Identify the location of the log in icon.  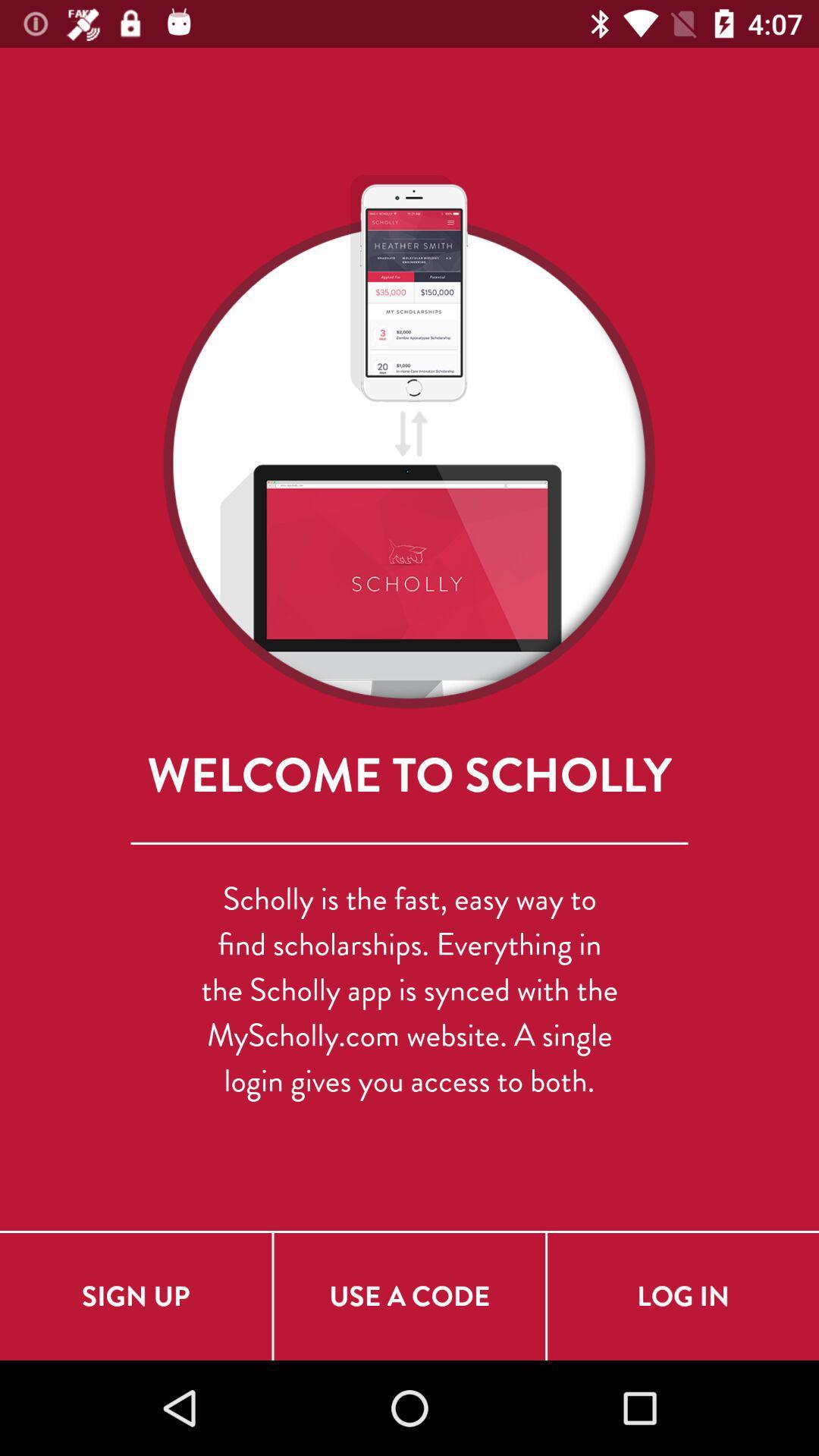
(683, 1295).